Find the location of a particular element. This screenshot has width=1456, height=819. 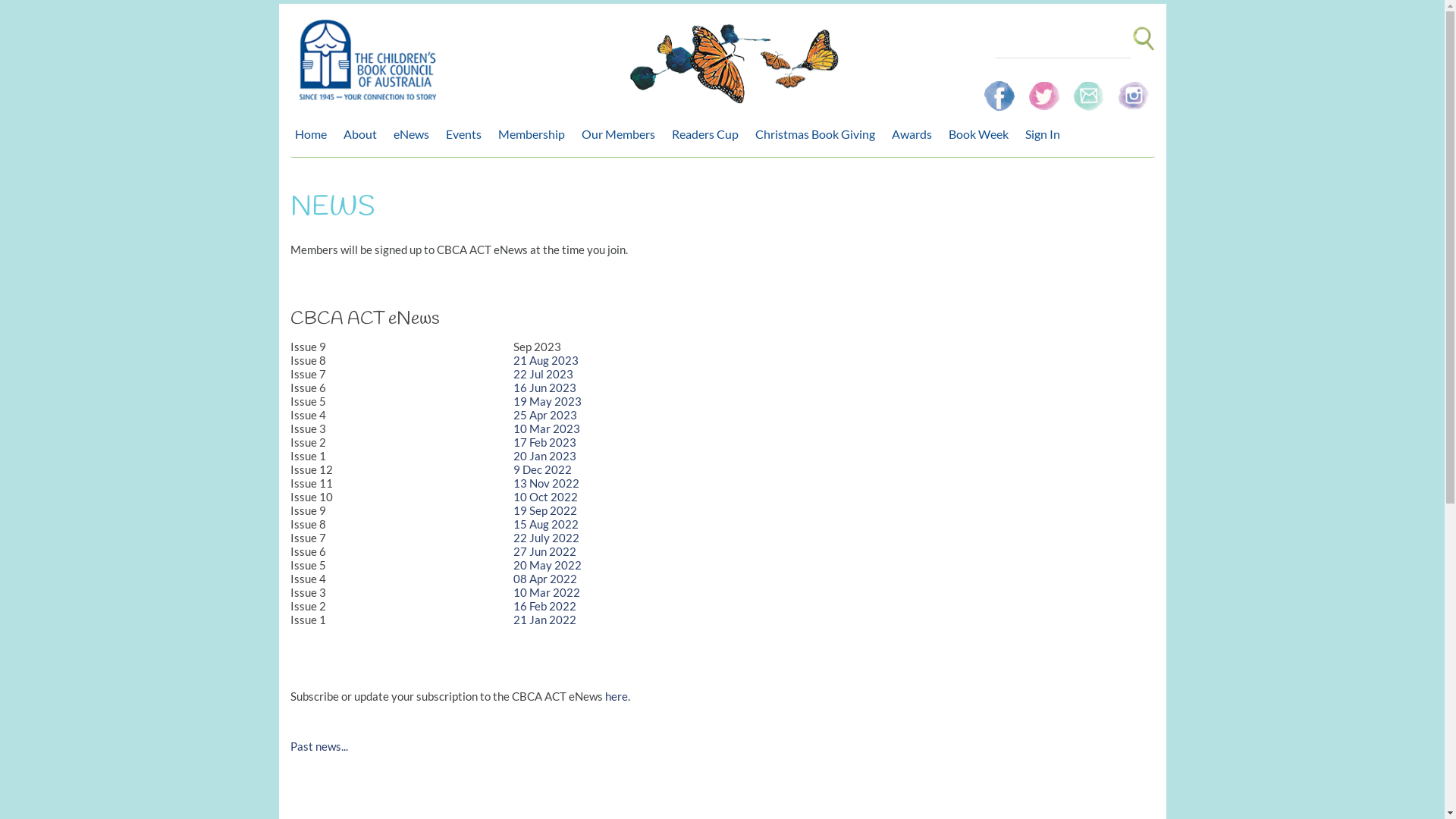

'20 Jan 2023' is located at coordinates (544, 455).